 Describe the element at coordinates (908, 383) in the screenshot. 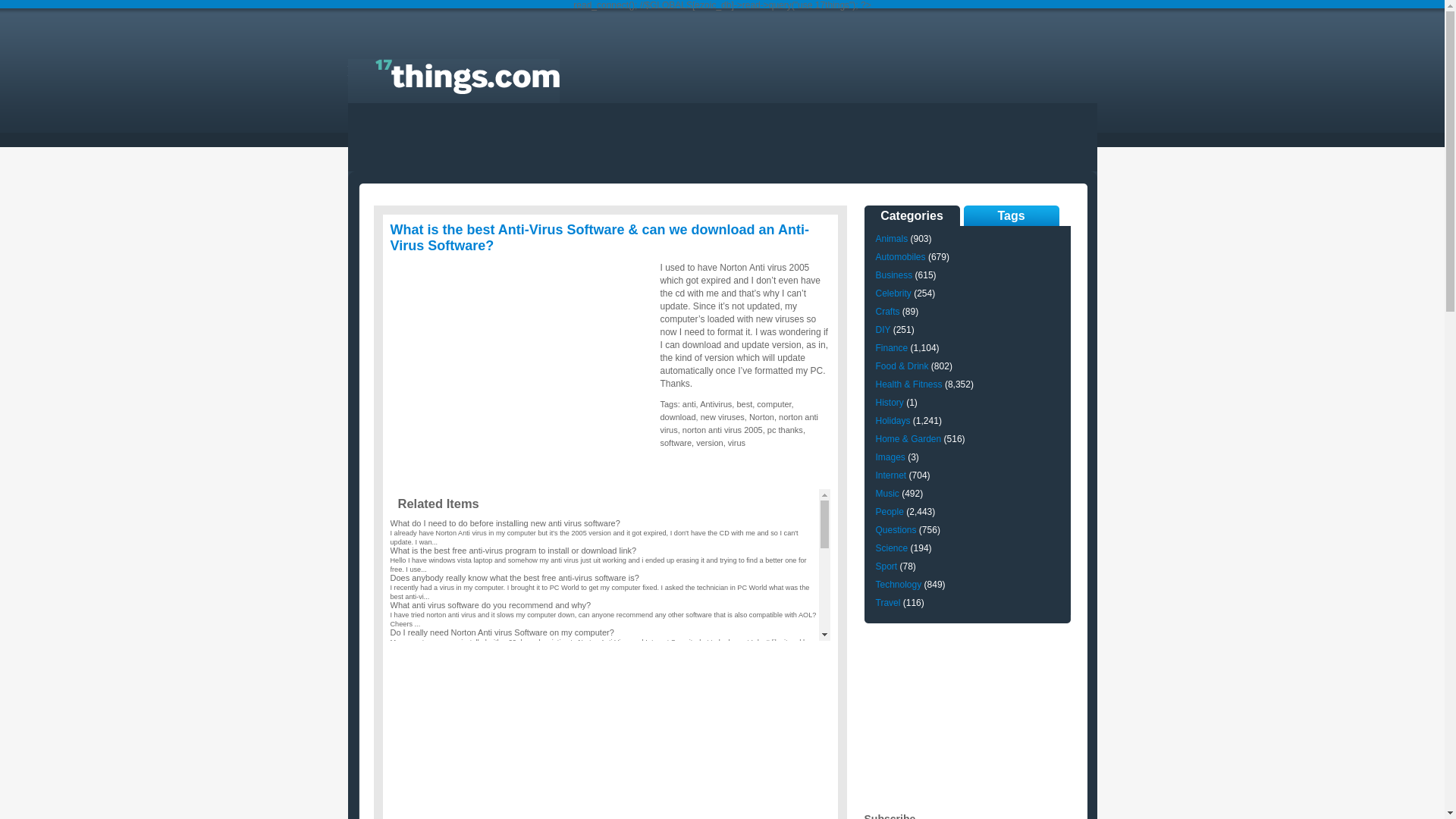

I see `'Health & Fitness'` at that location.